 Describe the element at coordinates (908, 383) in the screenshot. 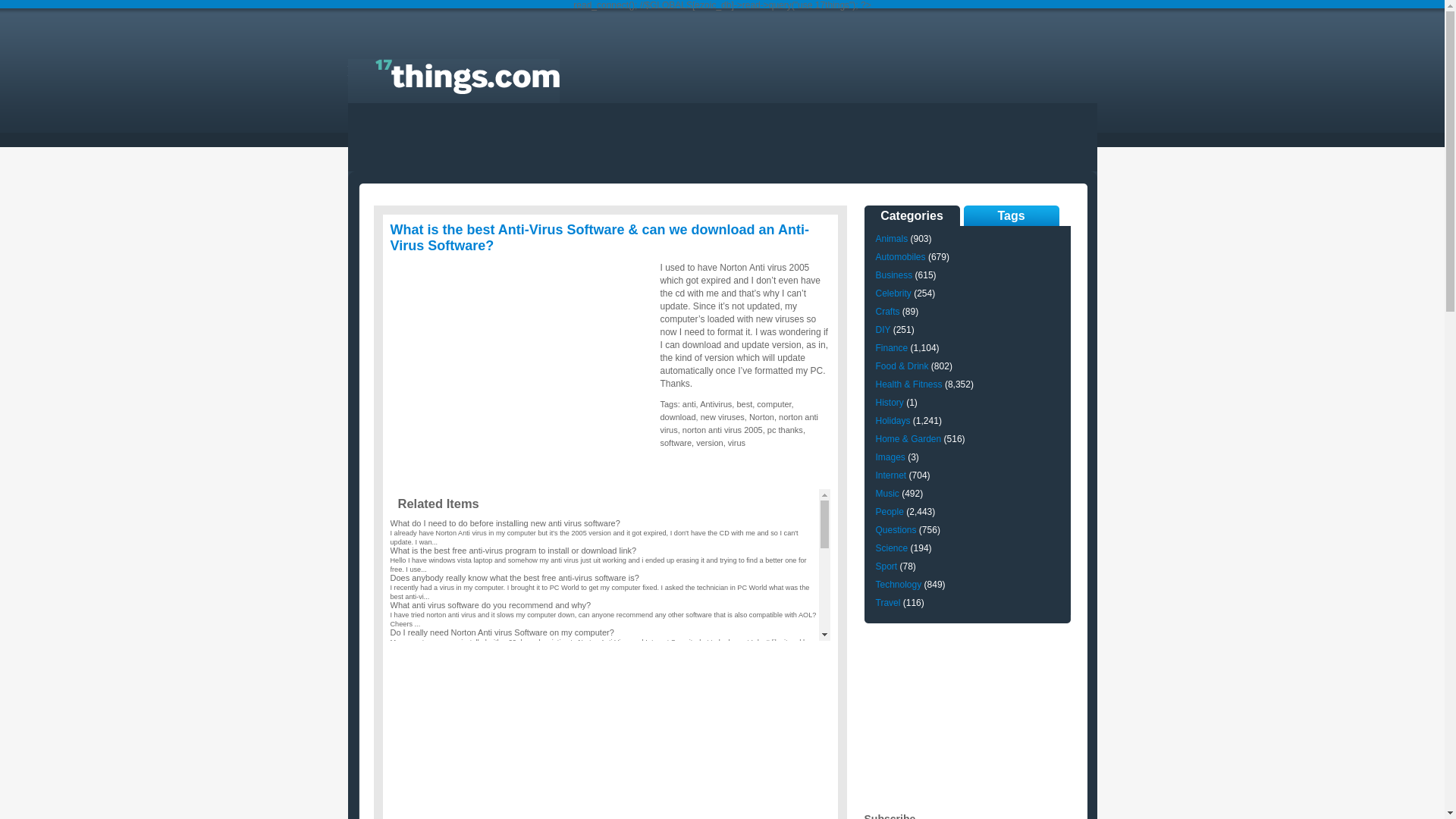

I see `'Health & Fitness'` at that location.